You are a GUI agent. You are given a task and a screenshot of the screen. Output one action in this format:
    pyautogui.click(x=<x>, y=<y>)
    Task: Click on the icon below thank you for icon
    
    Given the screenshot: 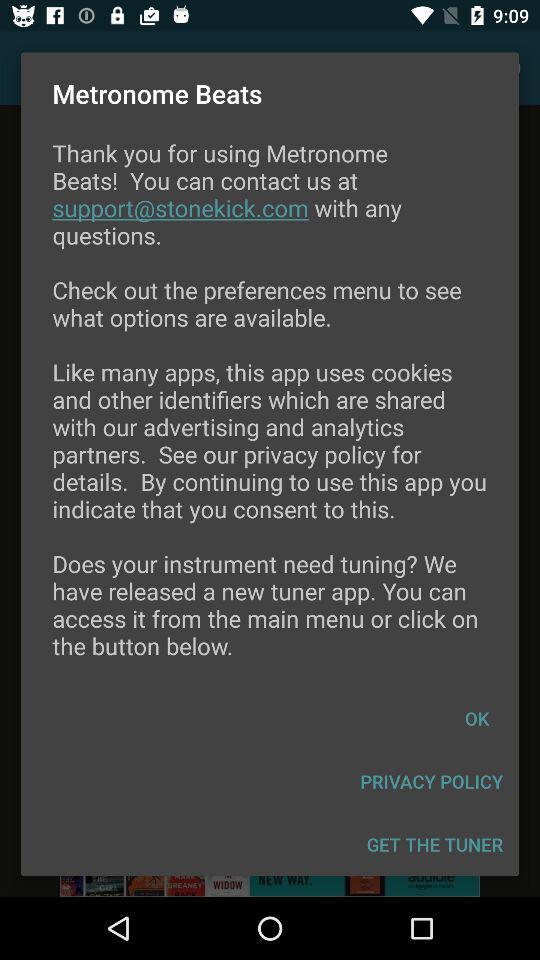 What is the action you would take?
    pyautogui.click(x=475, y=718)
    